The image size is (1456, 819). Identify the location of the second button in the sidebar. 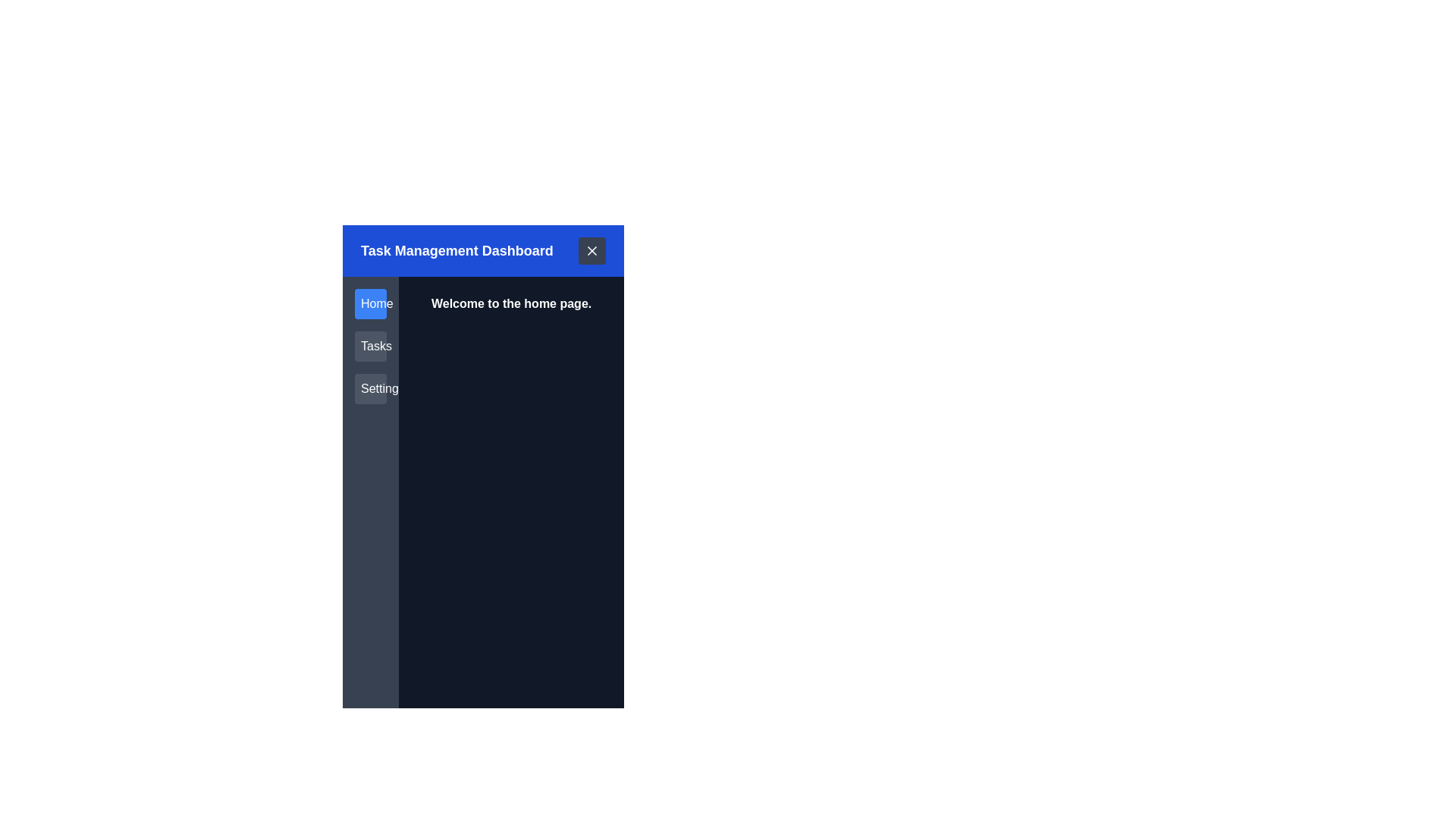
(371, 346).